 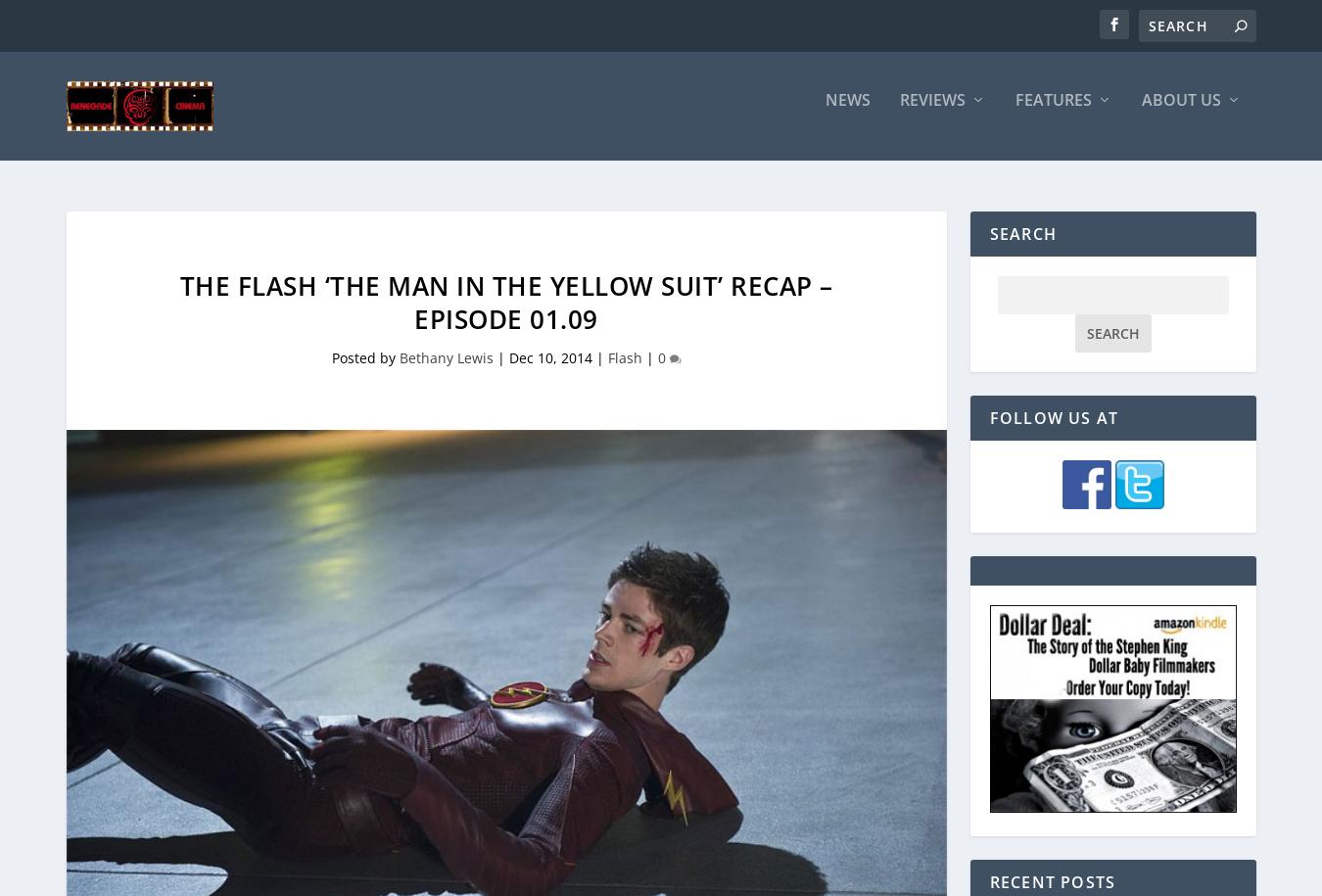 I want to click on 'A King’s Ransom', so click(x=1084, y=410).